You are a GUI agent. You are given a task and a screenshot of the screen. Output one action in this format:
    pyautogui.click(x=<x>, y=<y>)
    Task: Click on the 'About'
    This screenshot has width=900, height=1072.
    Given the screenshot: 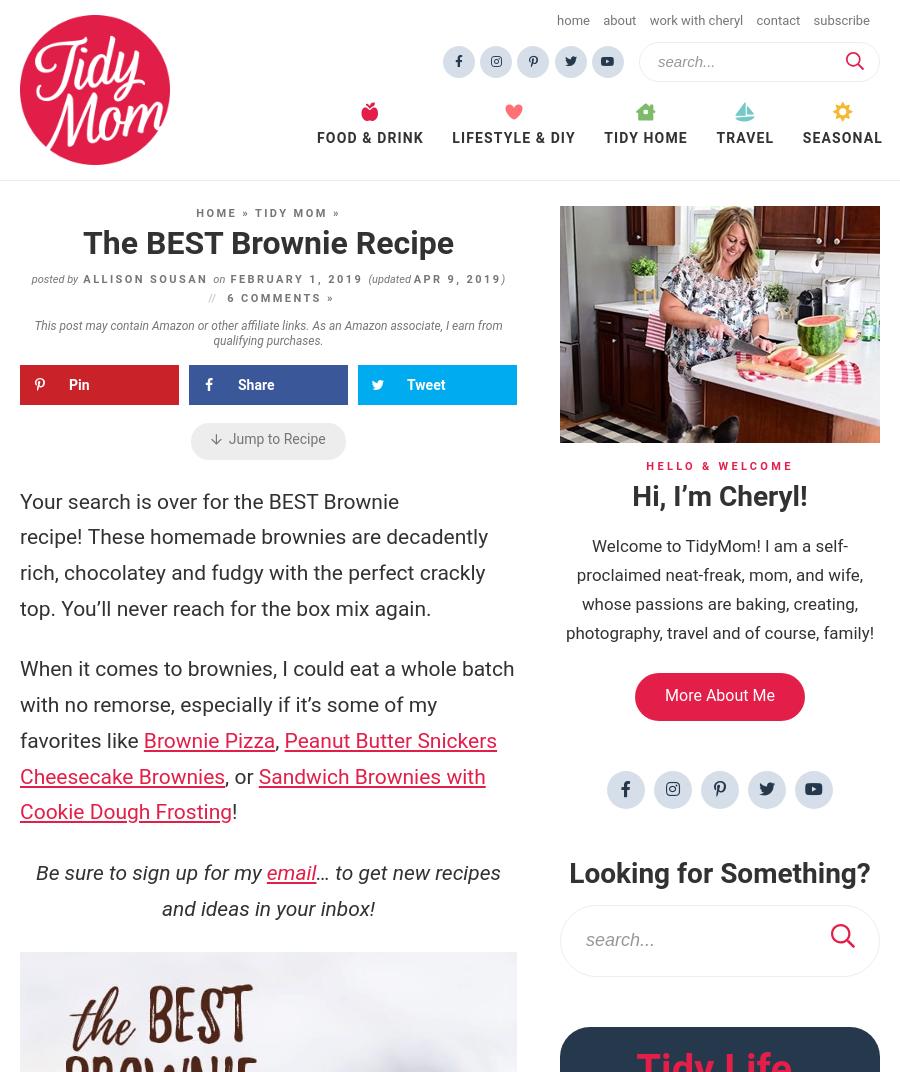 What is the action you would take?
    pyautogui.click(x=619, y=19)
    